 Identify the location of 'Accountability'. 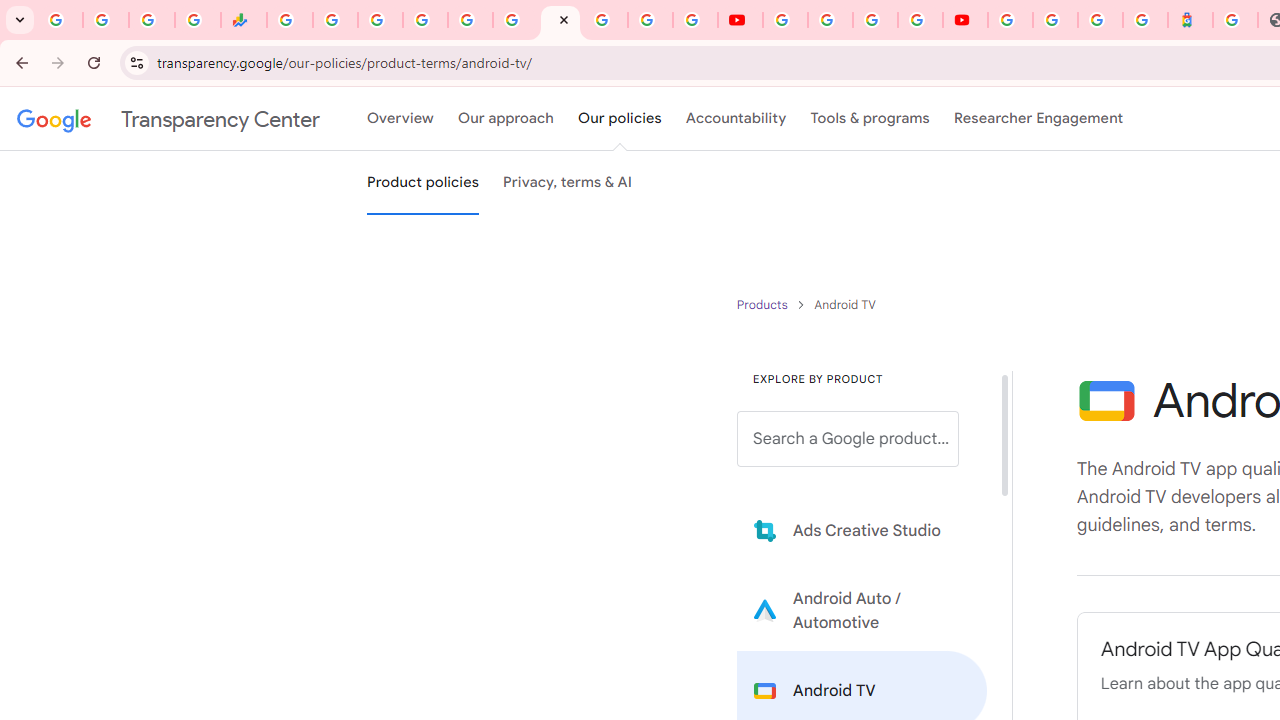
(735, 119).